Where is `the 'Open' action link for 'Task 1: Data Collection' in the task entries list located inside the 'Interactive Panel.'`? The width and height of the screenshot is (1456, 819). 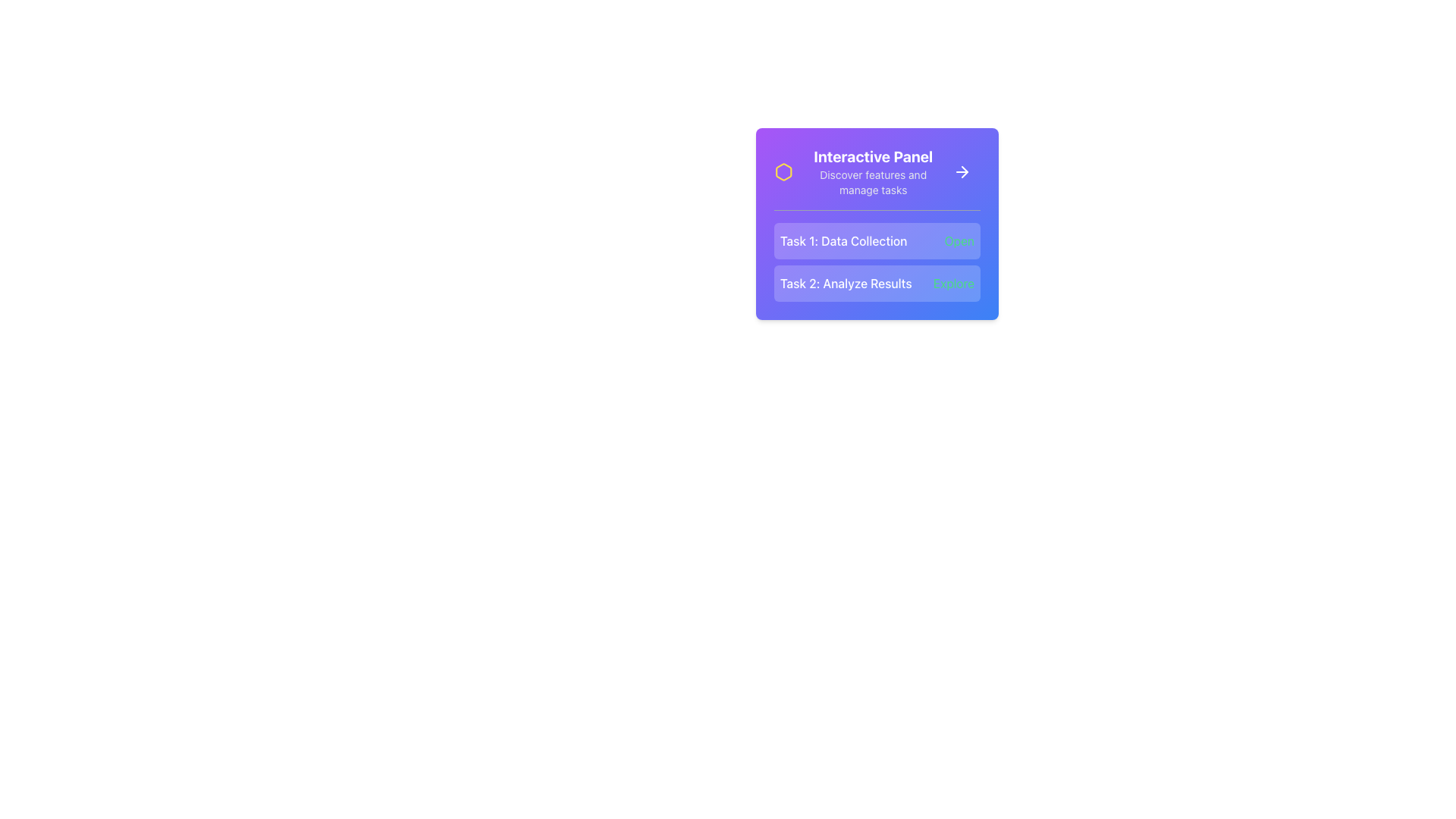
the 'Open' action link for 'Task 1: Data Collection' in the task entries list located inside the 'Interactive Panel.' is located at coordinates (877, 262).